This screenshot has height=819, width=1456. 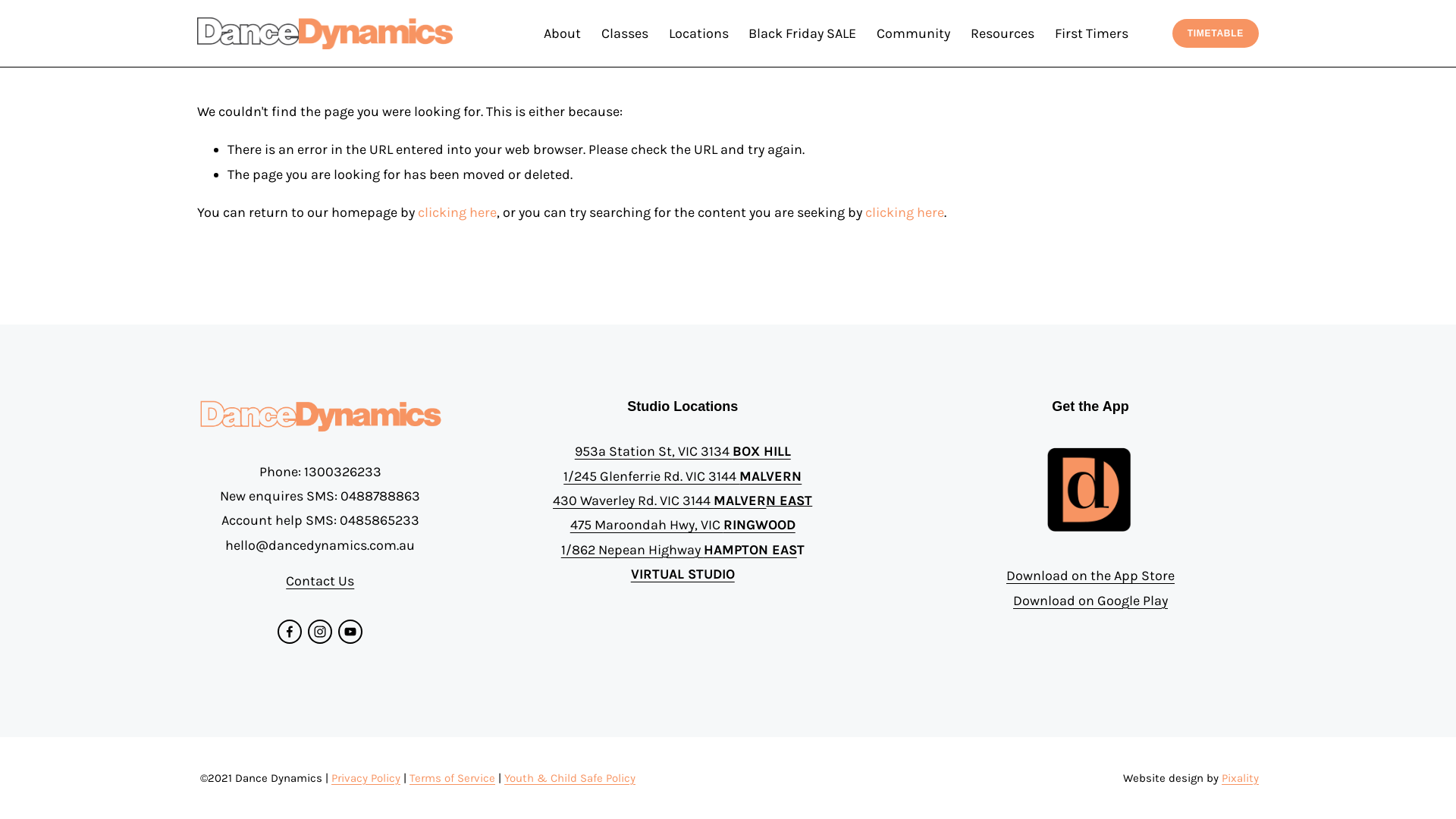 I want to click on 'Black Friday SALE', so click(x=801, y=33).